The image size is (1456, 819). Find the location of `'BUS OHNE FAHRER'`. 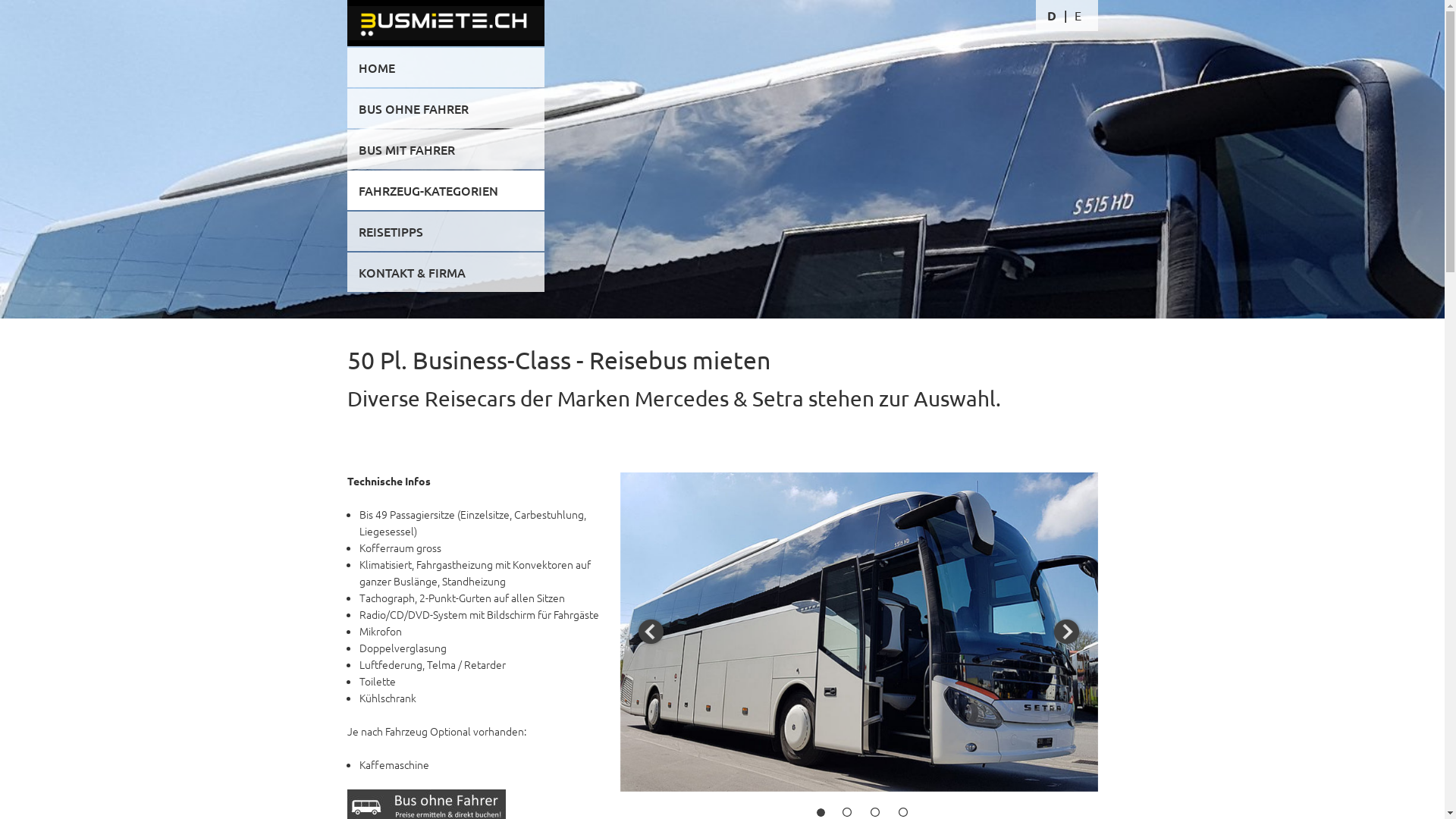

'BUS OHNE FAHRER' is located at coordinates (445, 107).